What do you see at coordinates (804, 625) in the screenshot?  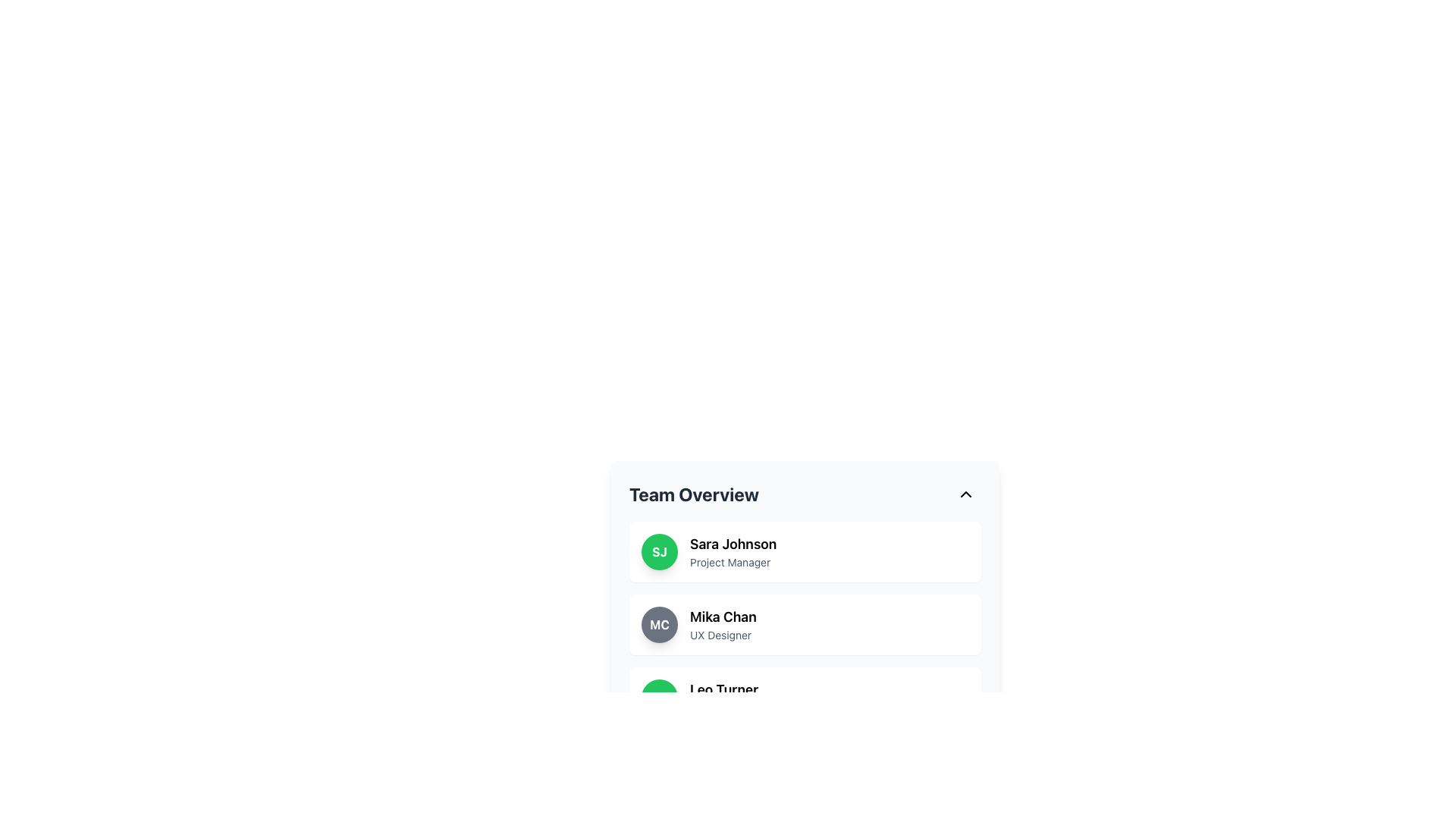 I see `the second List item card representing an individual team member in the 'Team Overview' section to trigger a hover effect` at bounding box center [804, 625].